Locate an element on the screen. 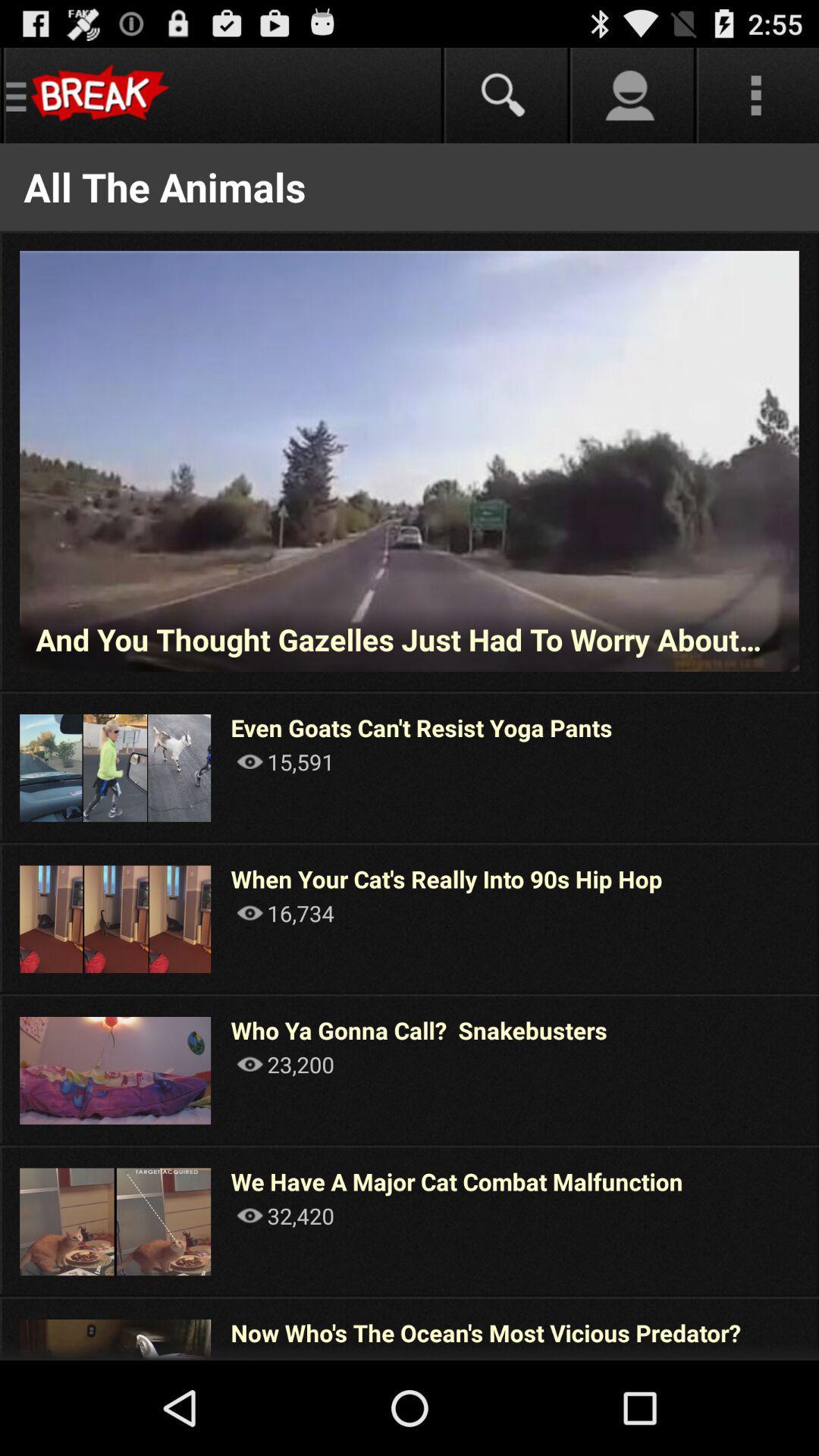  the app to the right of the when your cat item is located at coordinates (817, 918).